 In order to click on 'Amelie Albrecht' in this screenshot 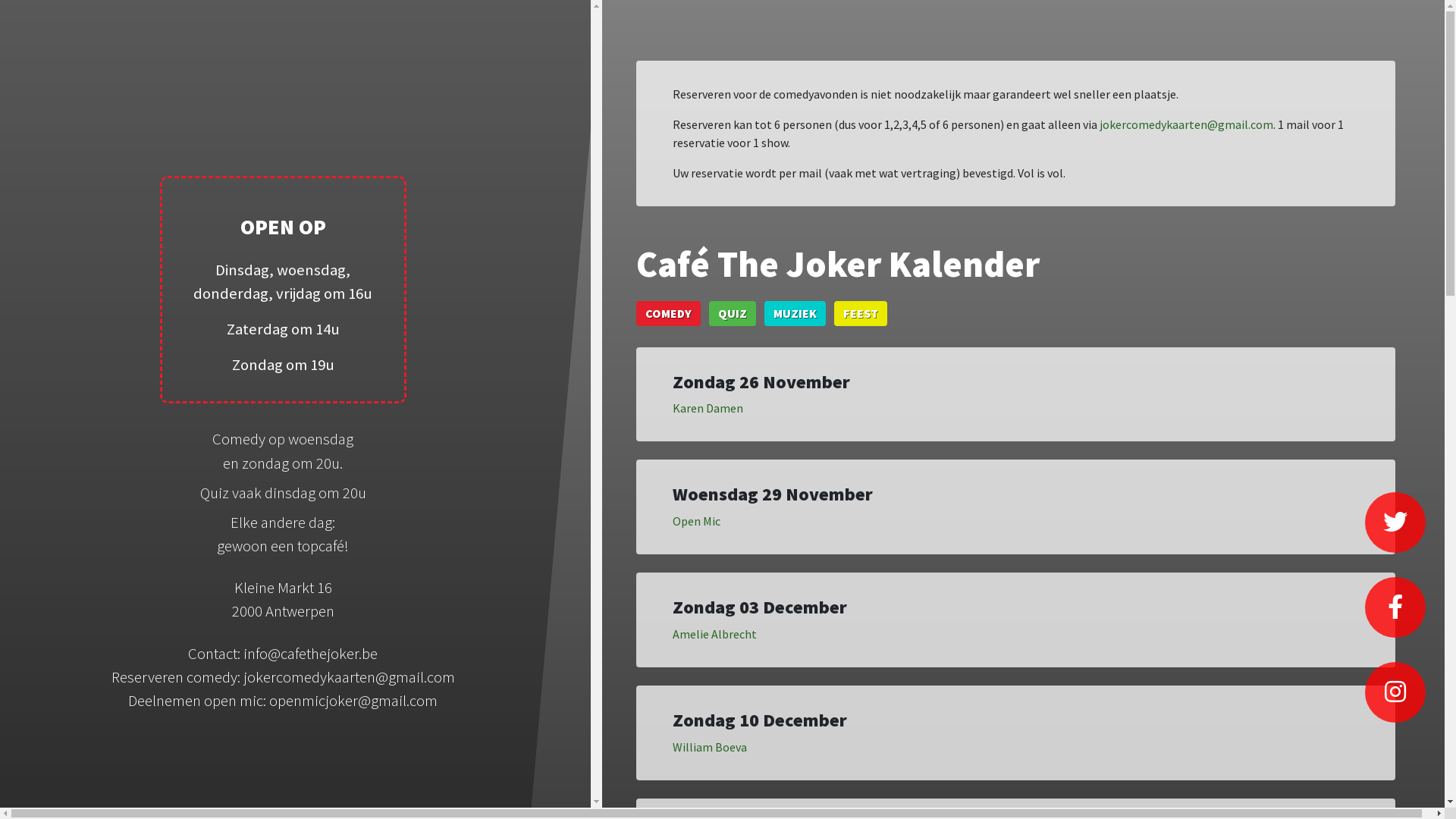, I will do `click(714, 634)`.